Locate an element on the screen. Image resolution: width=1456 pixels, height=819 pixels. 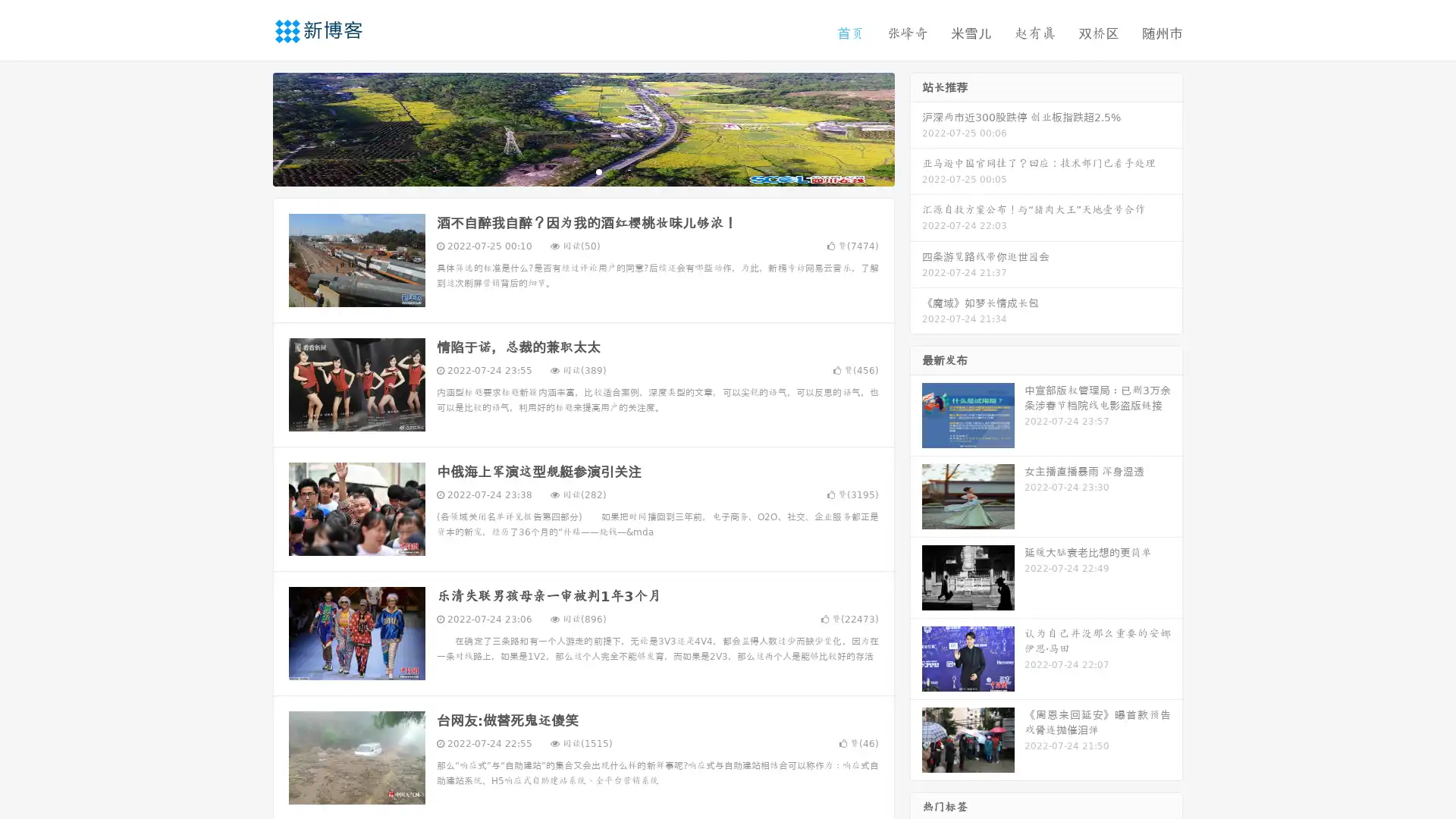
Go to slide 2 is located at coordinates (582, 171).